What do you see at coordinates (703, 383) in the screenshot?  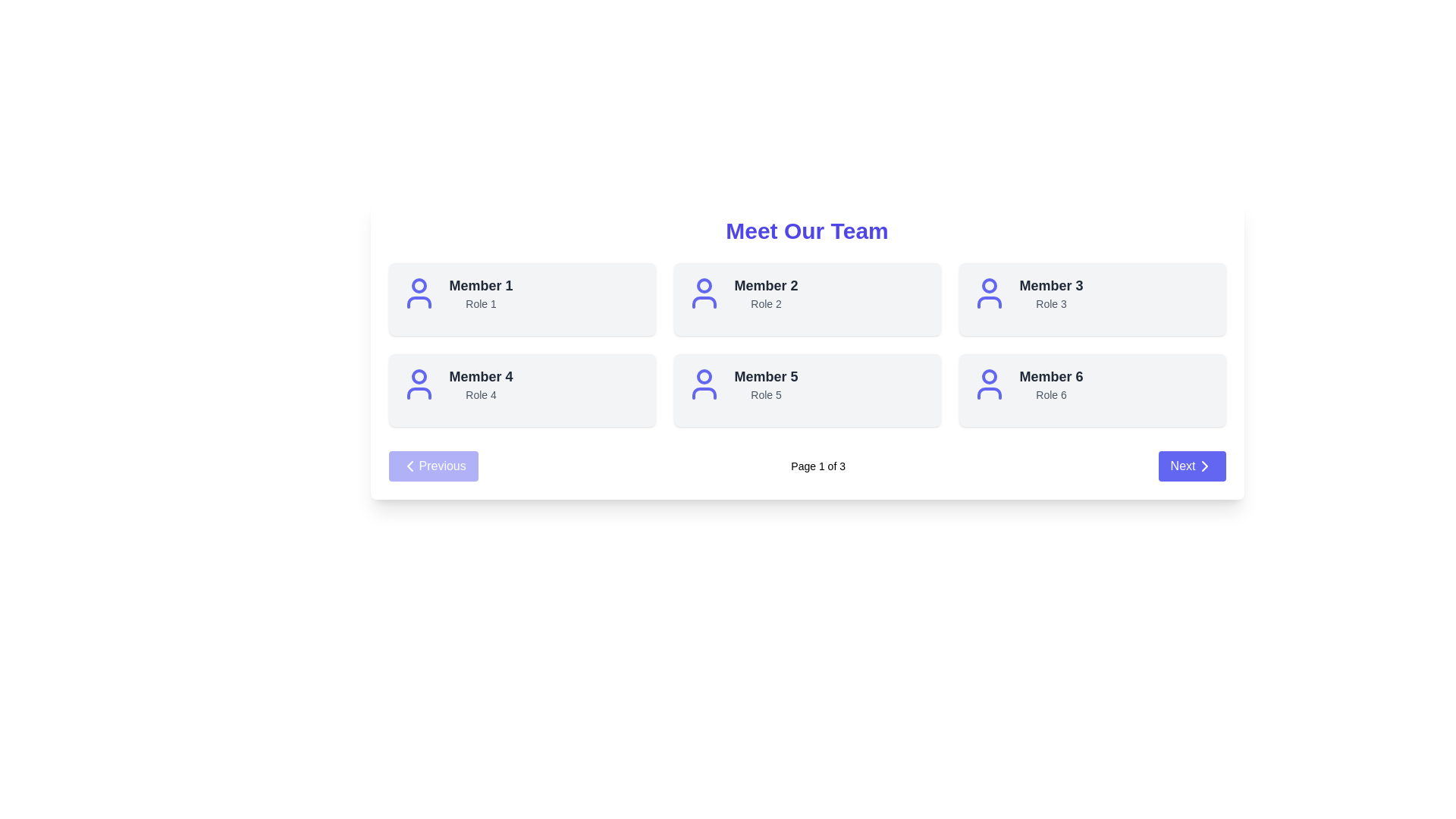 I see `the icon representing 'Member 5' located in the upper left section of the fifth card in the layout grid` at bounding box center [703, 383].